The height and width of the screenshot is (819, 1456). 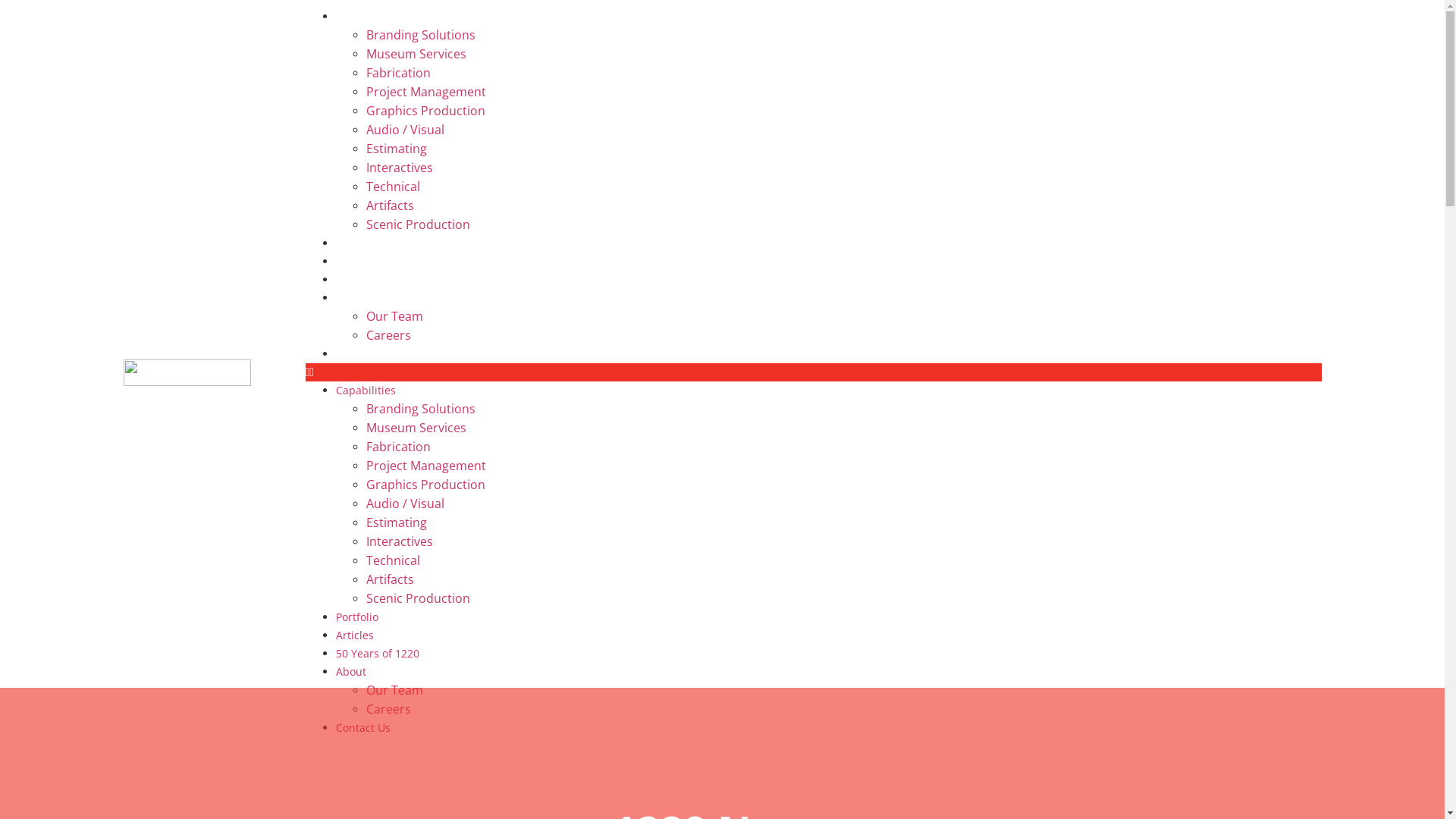 I want to click on 'Technical', so click(x=392, y=186).